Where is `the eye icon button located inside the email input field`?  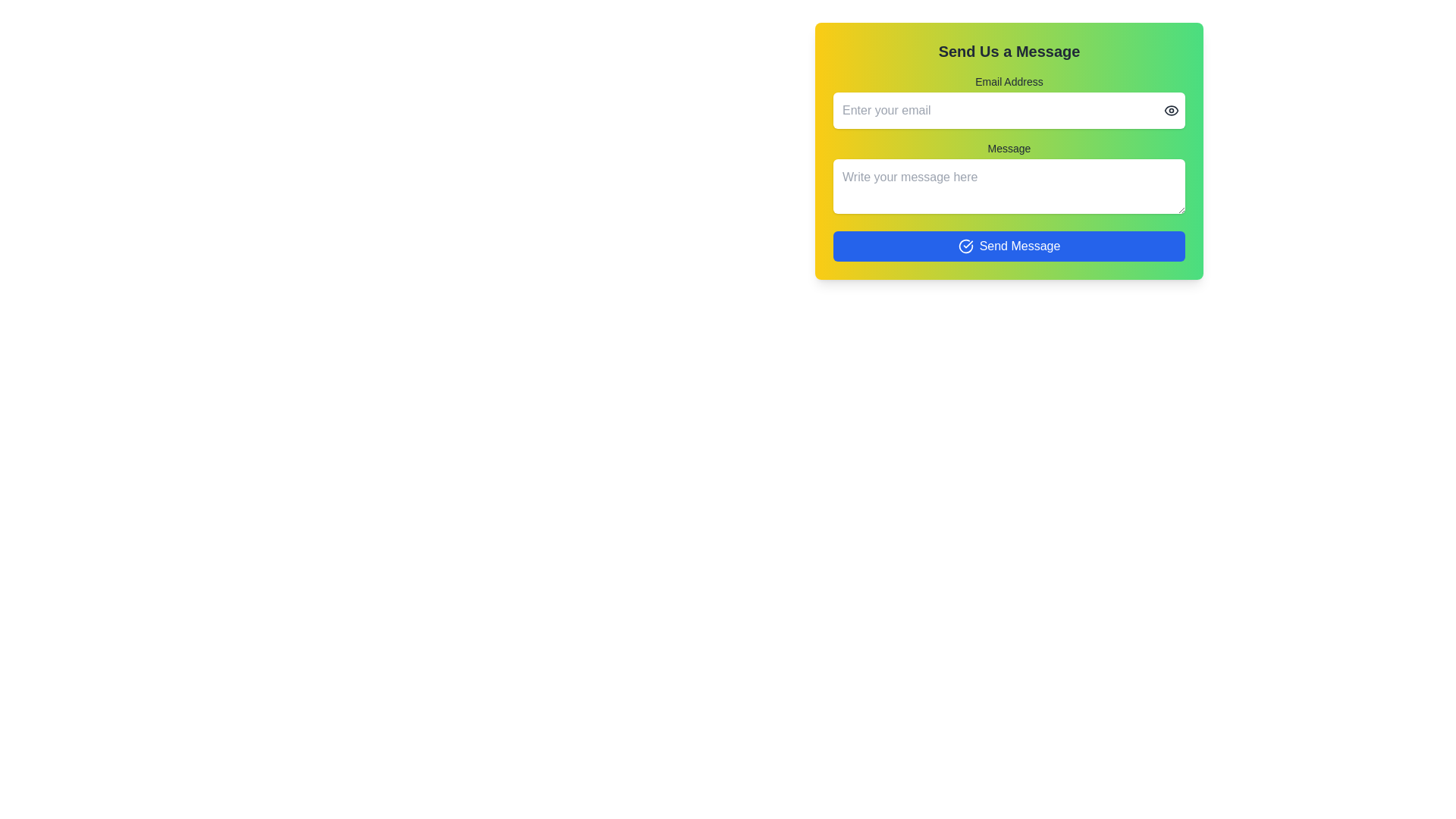
the eye icon button located inside the email input field is located at coordinates (1171, 110).